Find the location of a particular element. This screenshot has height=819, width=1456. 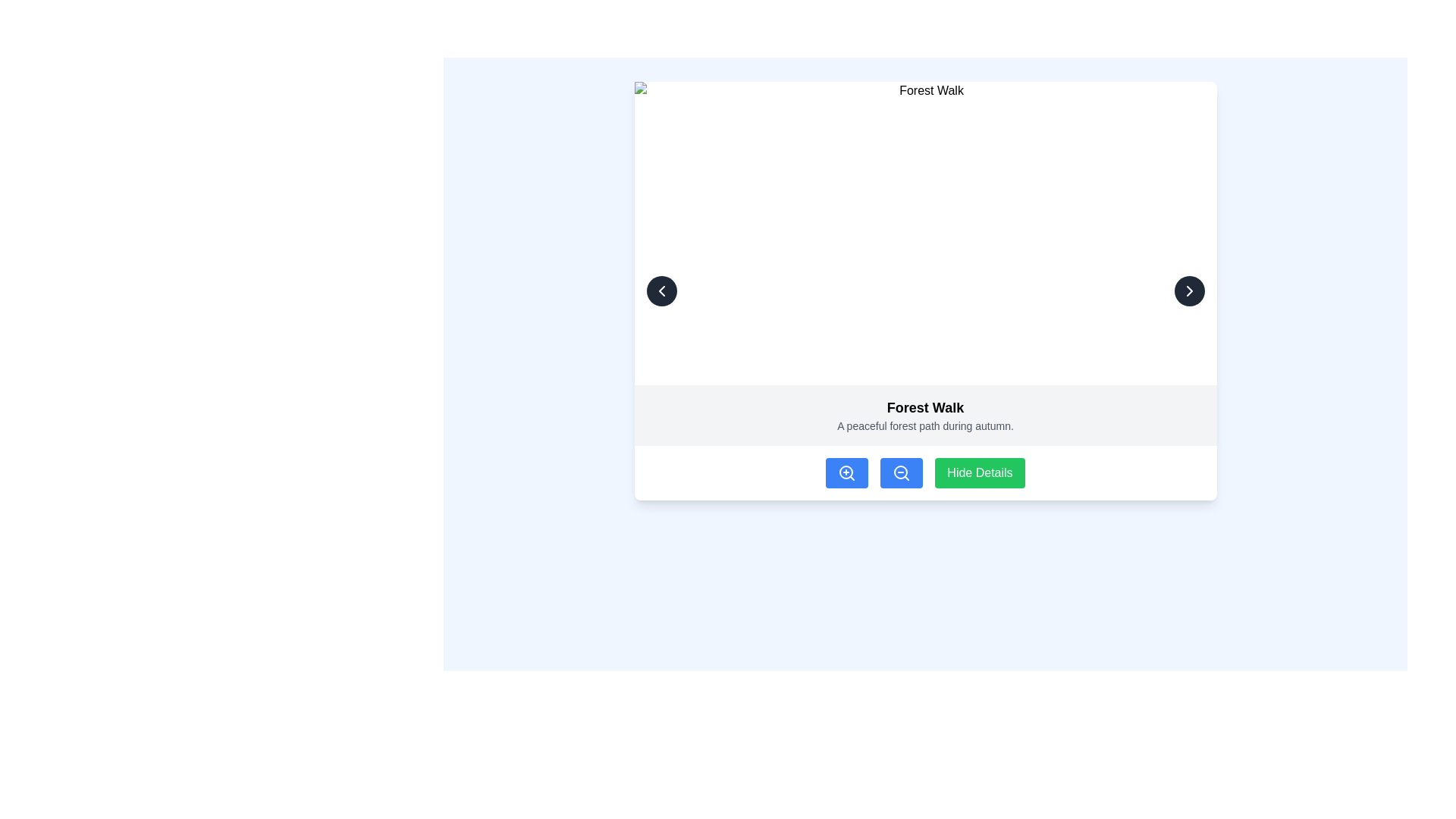

the chevron icon located within the left arrow button at the top-left corner of the central content area by moving the mouse pointer to it is located at coordinates (661, 291).